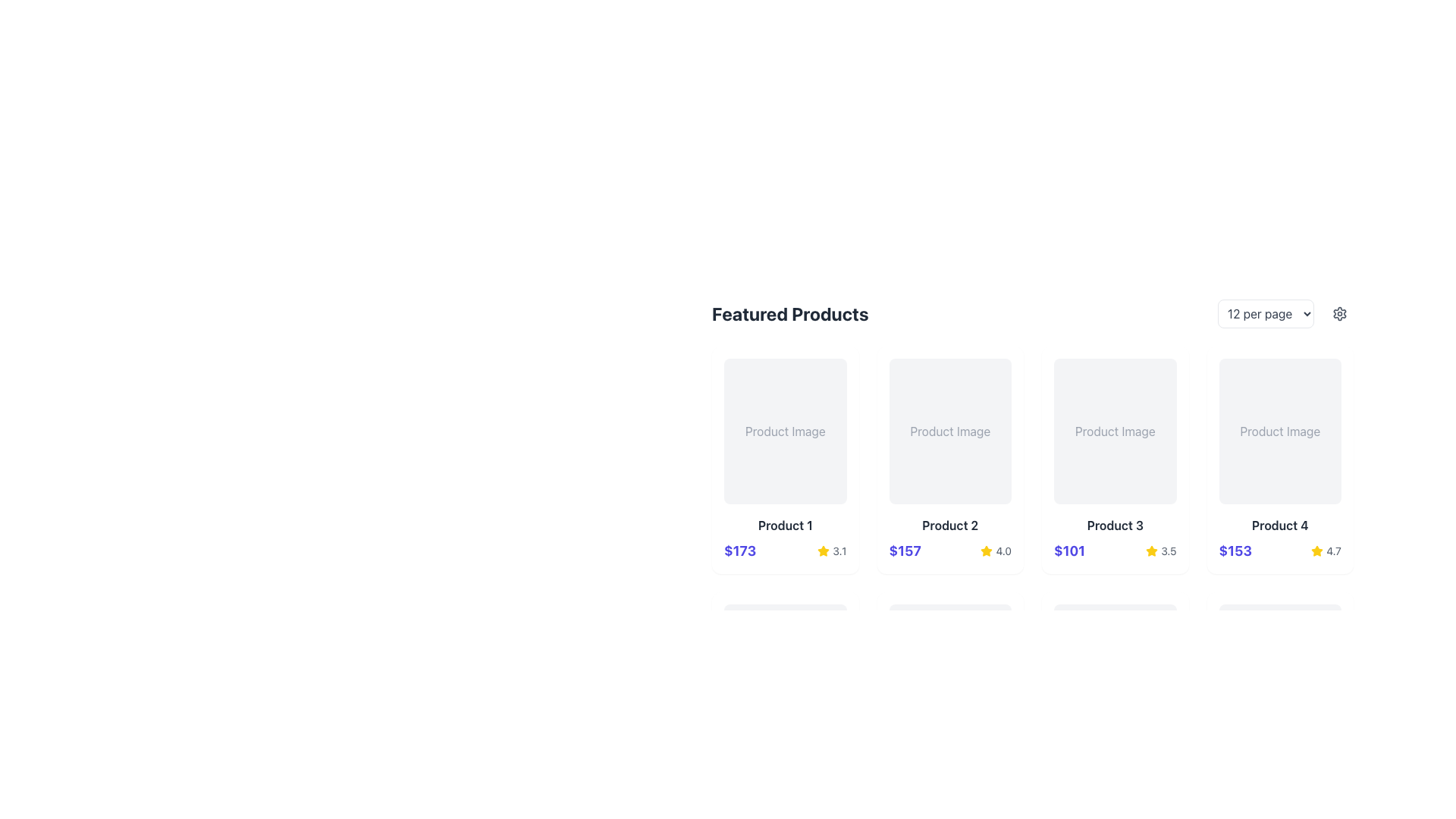  What do you see at coordinates (1326, 551) in the screenshot?
I see `the rating display element, which consists of a filled yellow star icon and the numeric value '4.7' in gray text, located in the last product card of the fourth column` at bounding box center [1326, 551].